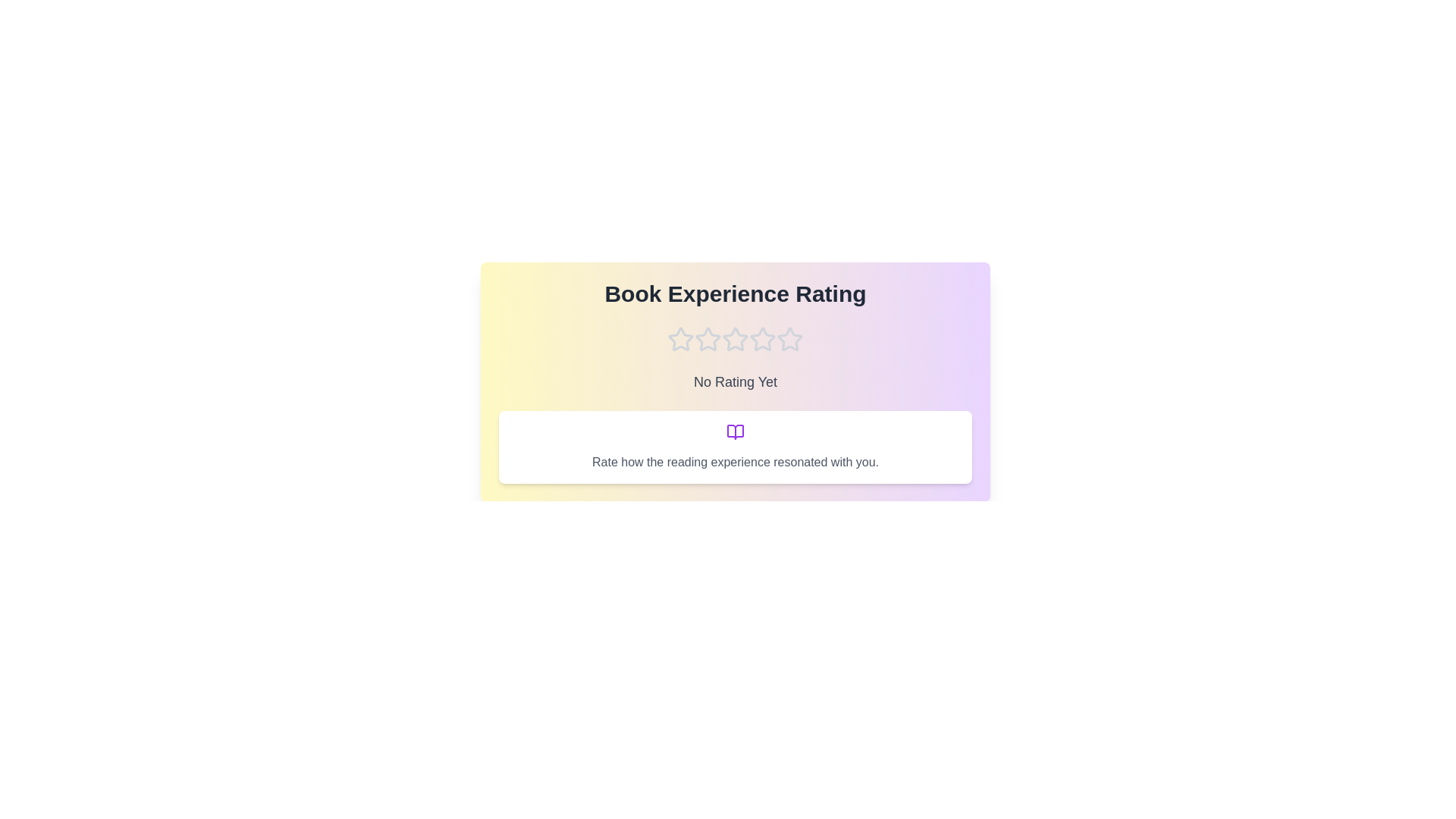 The width and height of the screenshot is (1456, 819). I want to click on the star corresponding to 5 stars to preview the rating description, so click(789, 338).